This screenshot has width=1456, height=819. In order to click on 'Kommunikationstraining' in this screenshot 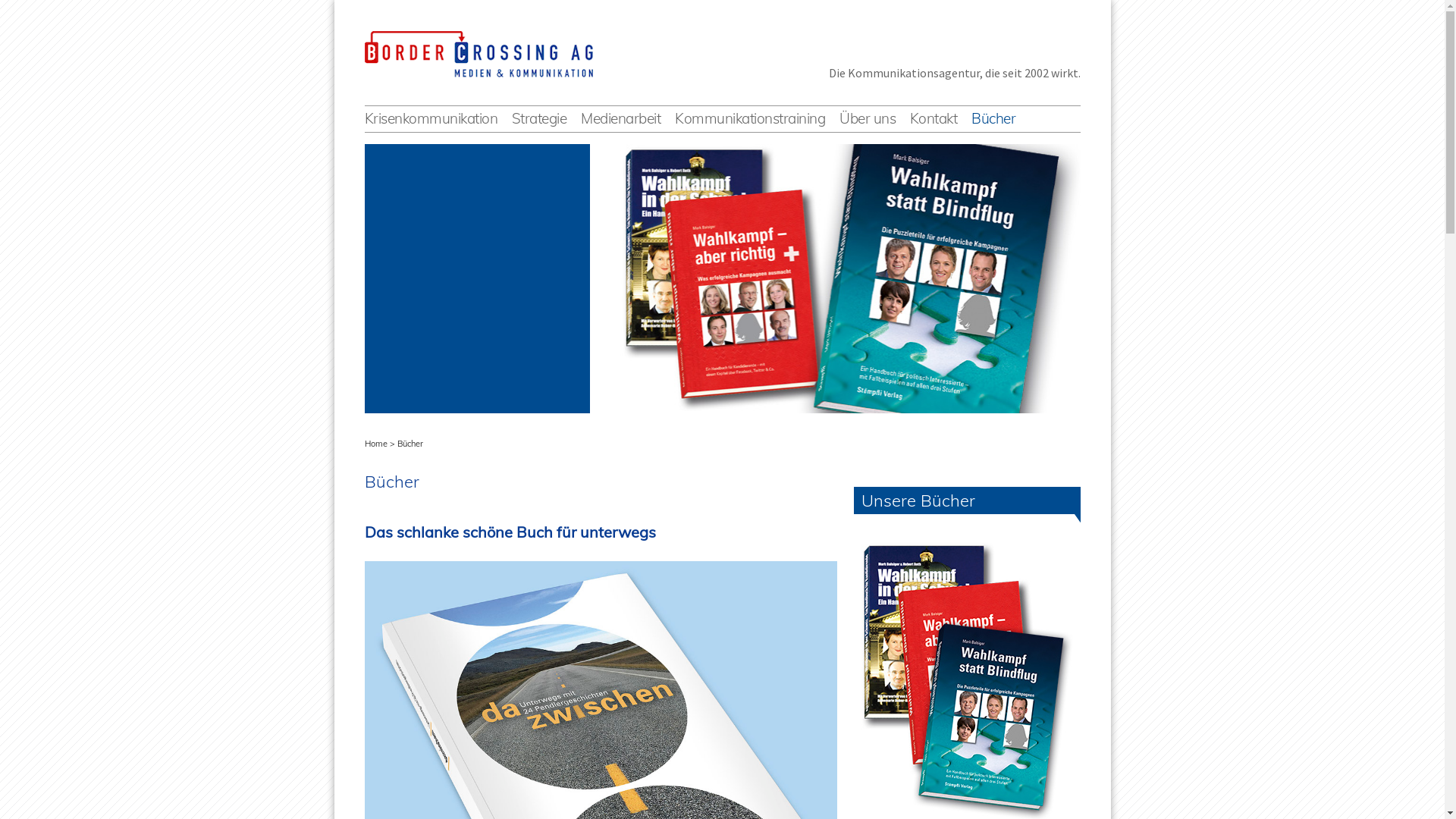, I will do `click(673, 118)`.